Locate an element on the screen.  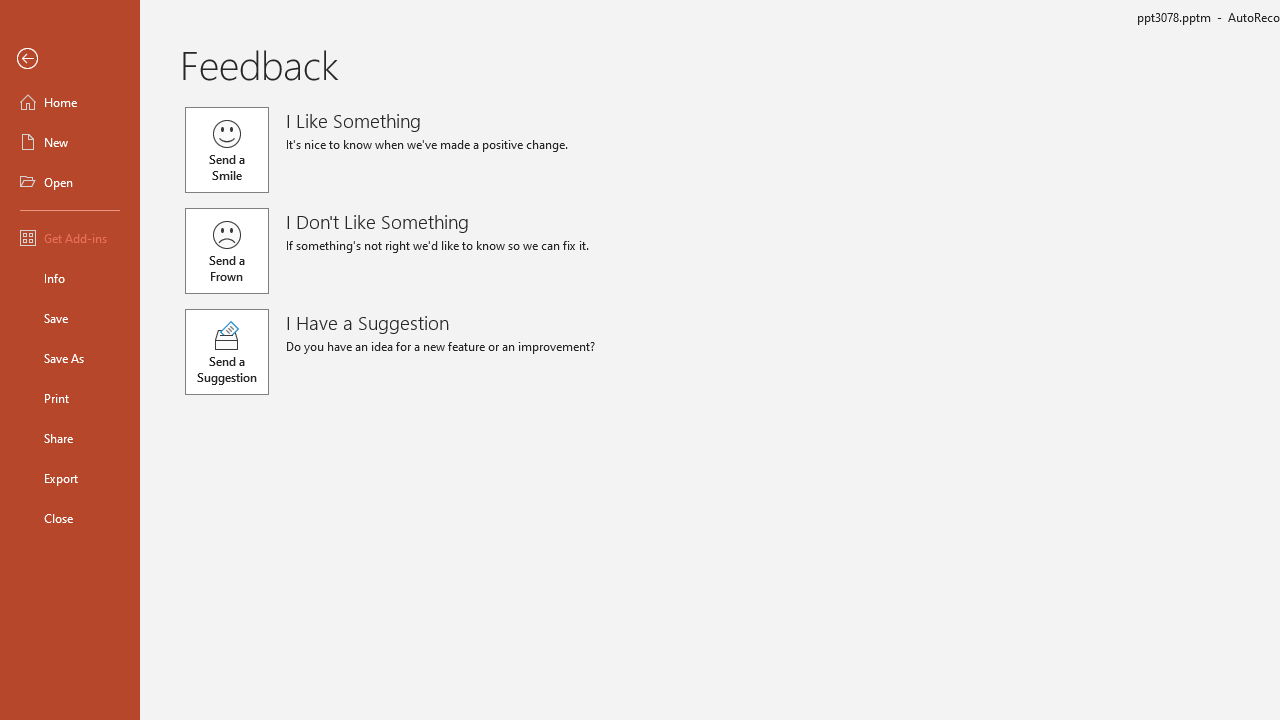
'Back' is located at coordinates (69, 58).